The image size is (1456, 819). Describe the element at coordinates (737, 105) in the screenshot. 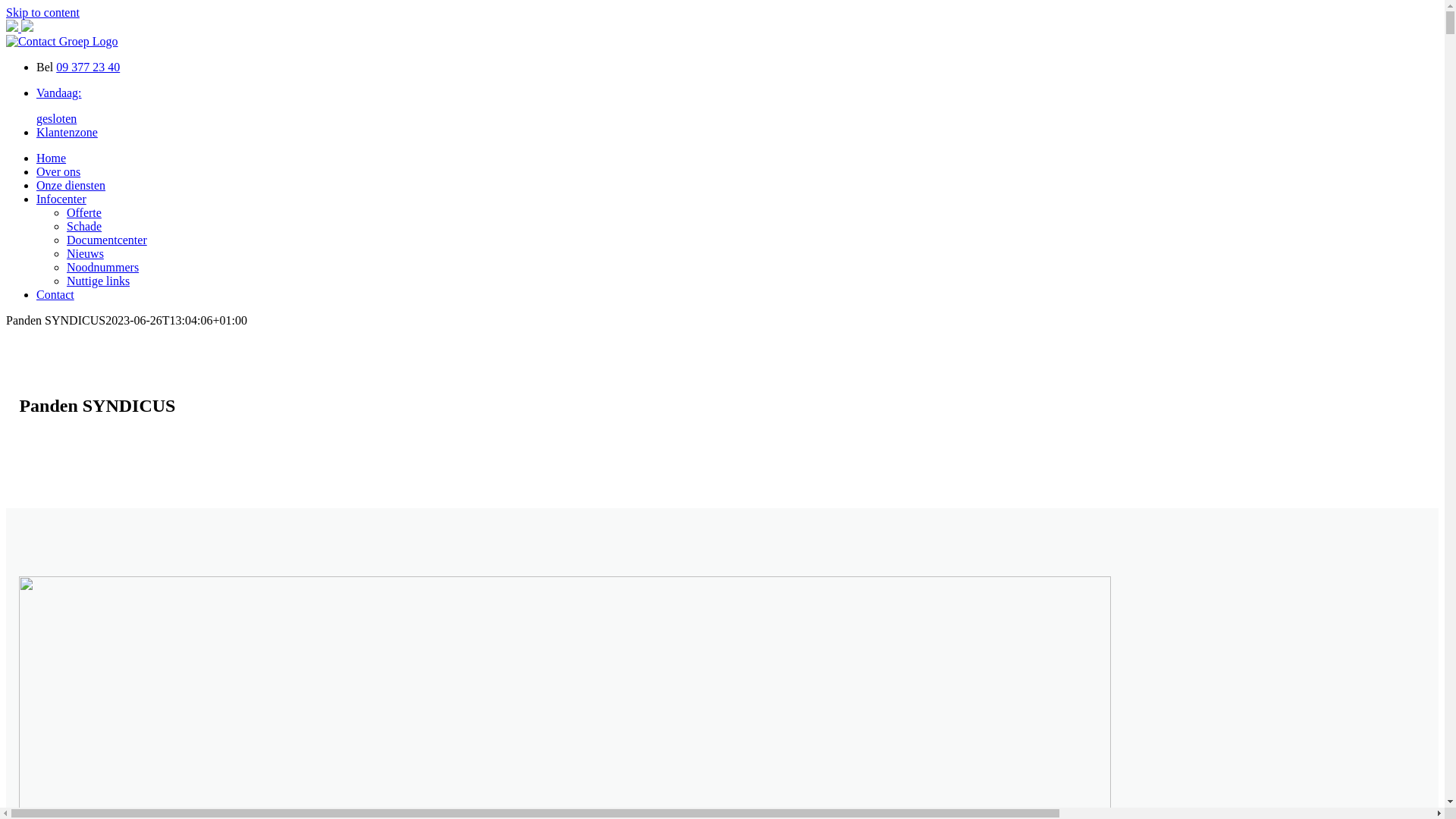

I see `'Vandaag:` at that location.